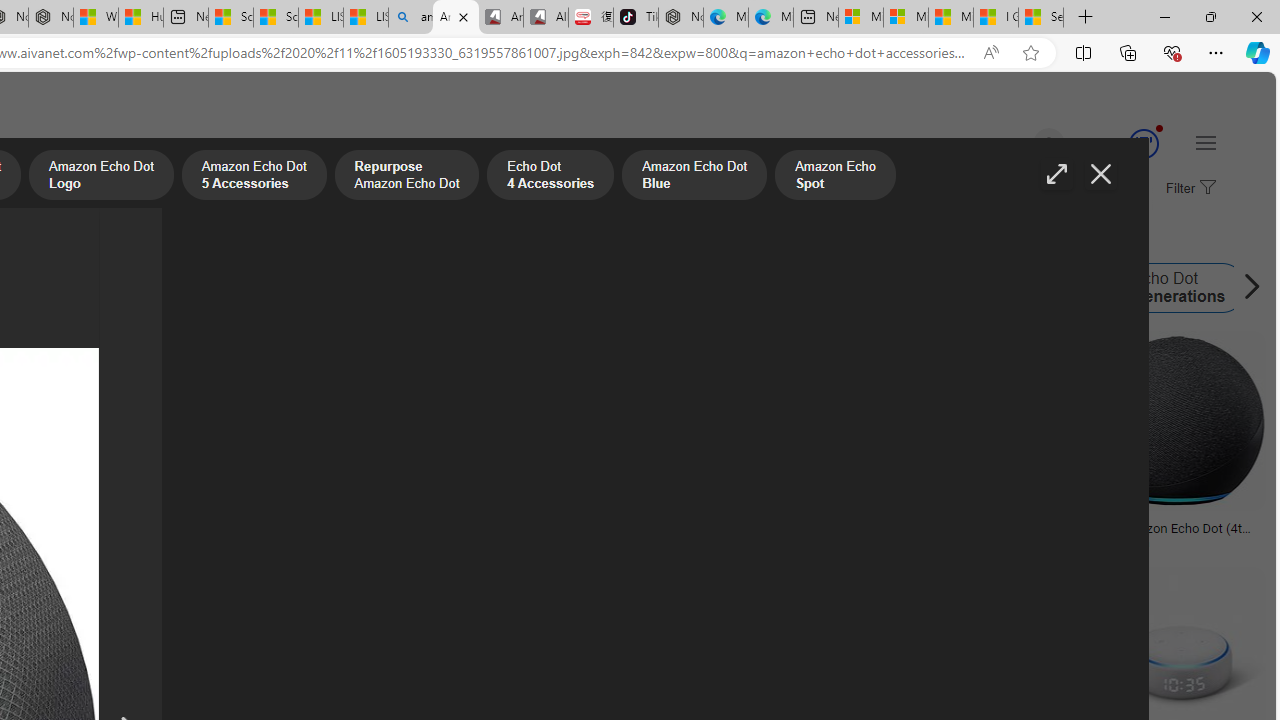  I want to click on 'Amazon Echo Dot 5 Accessories', so click(252, 176).